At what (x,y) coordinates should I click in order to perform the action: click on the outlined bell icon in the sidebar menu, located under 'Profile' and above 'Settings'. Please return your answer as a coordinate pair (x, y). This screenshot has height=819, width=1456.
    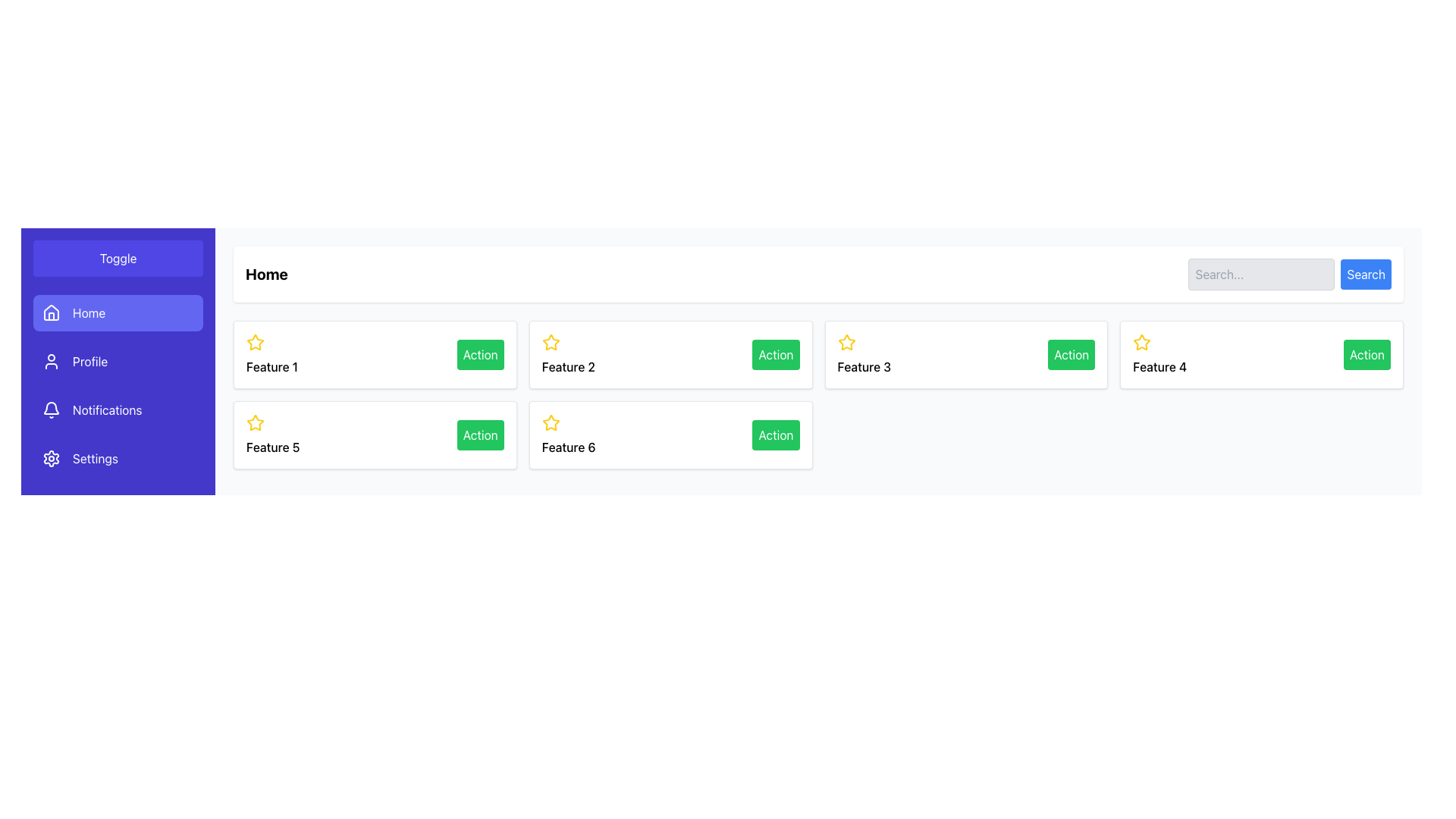
    Looking at the image, I should click on (51, 409).